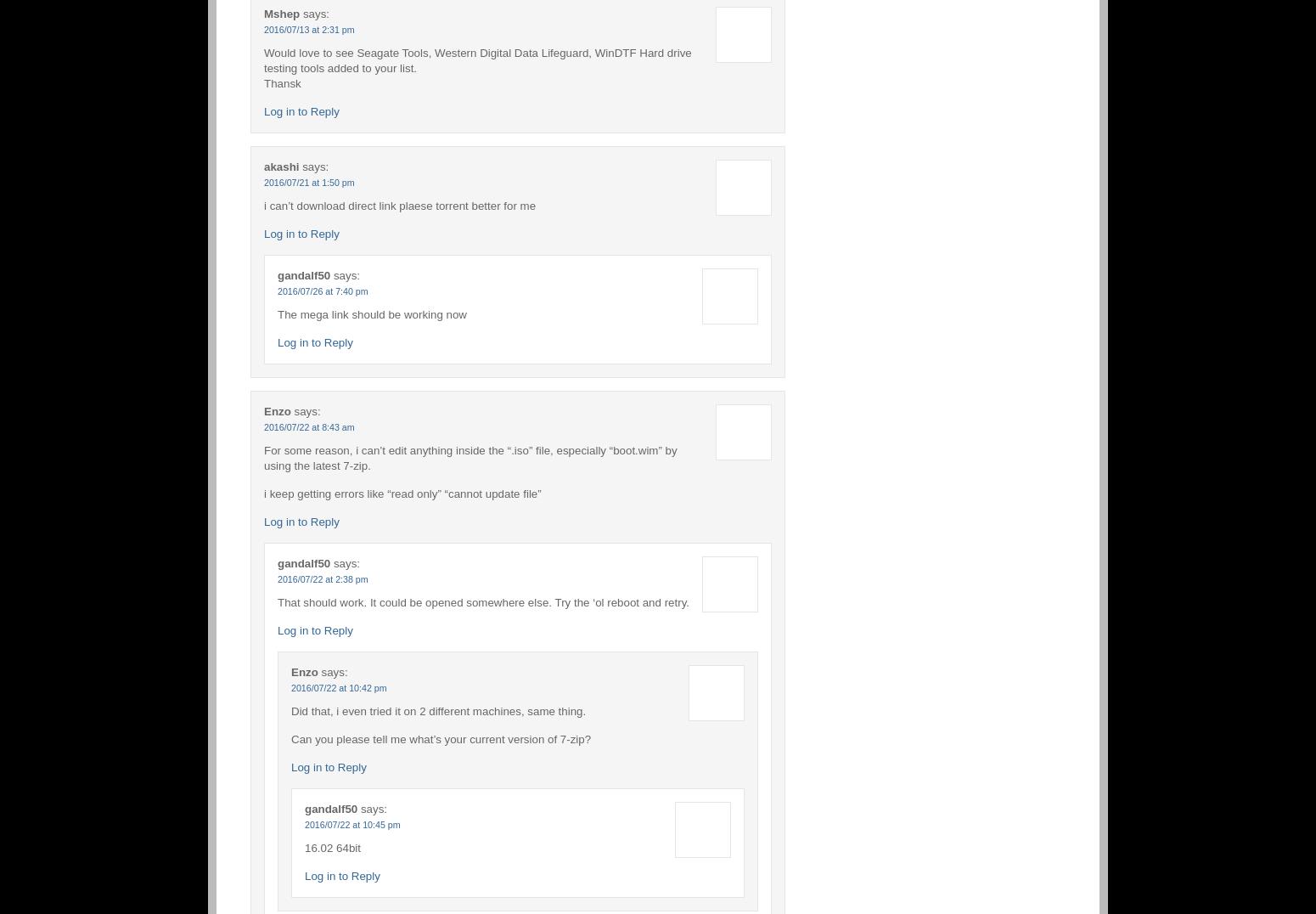 This screenshot has height=914, width=1316. What do you see at coordinates (307, 426) in the screenshot?
I see `'2016/07/22 at 8:43 am'` at bounding box center [307, 426].